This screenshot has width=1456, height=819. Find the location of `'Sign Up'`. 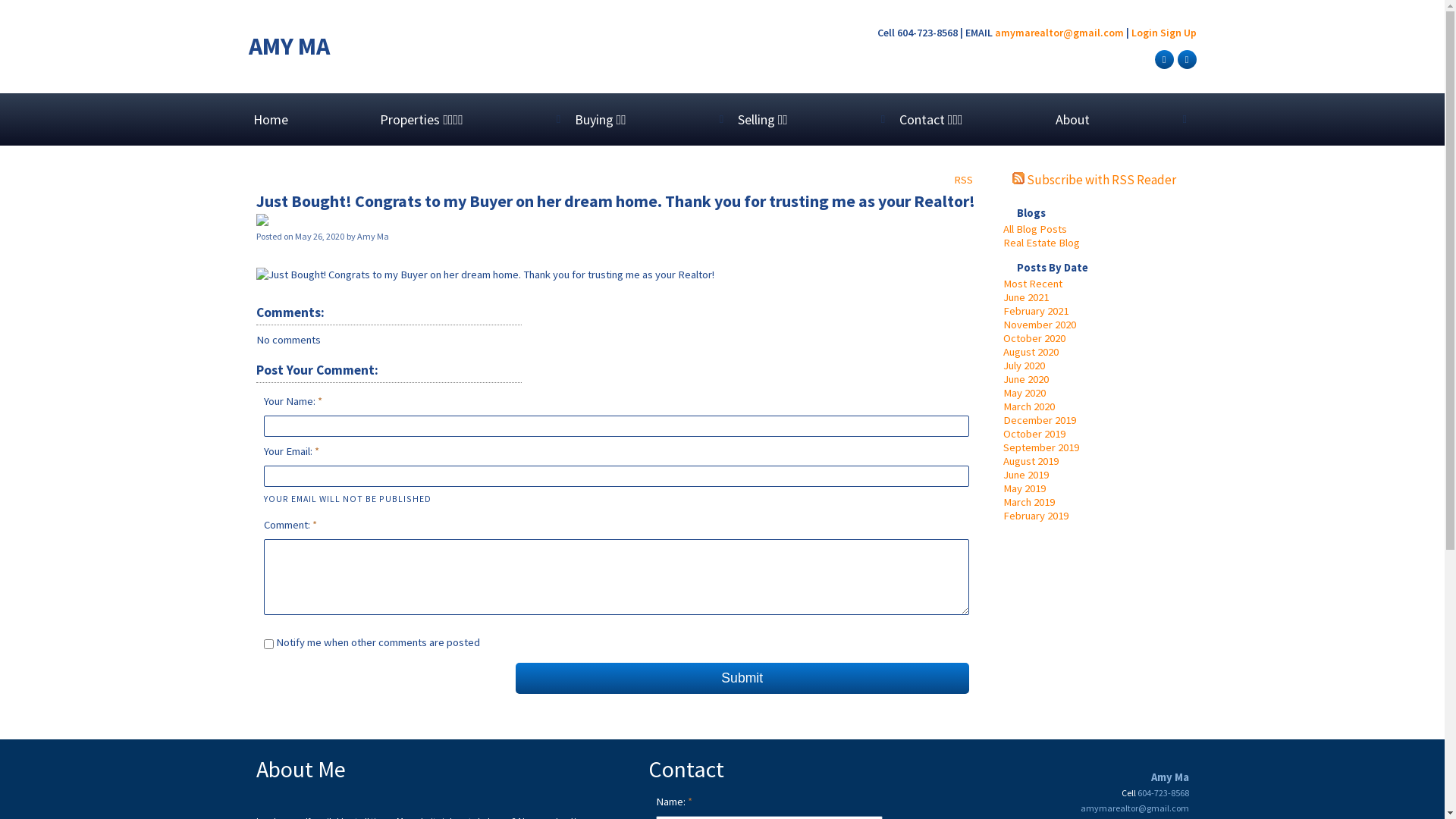

'Sign Up' is located at coordinates (1178, 32).